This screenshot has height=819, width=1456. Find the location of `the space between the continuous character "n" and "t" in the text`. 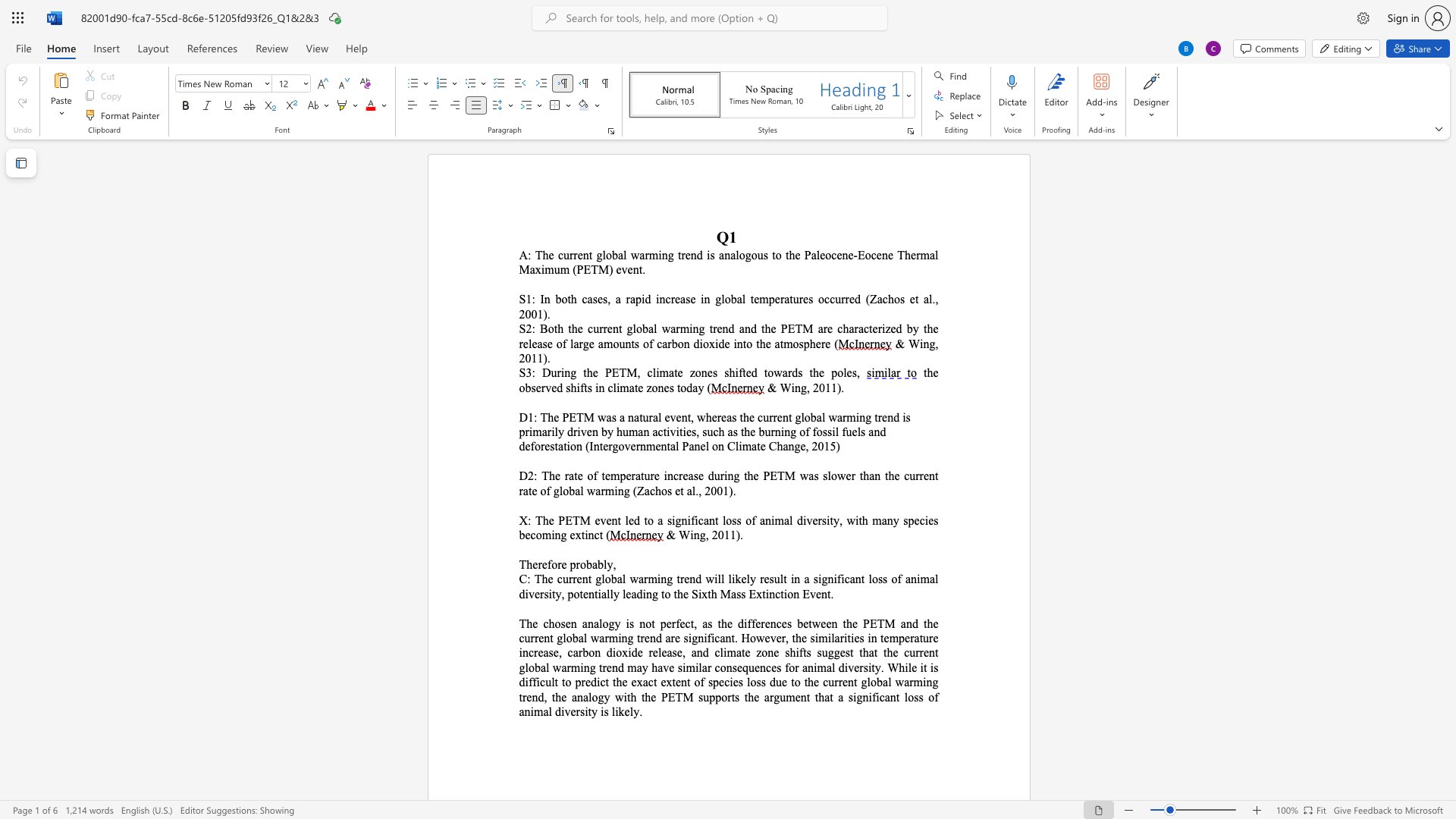

the space between the continuous character "n" and "t" in the text is located at coordinates (686, 417).